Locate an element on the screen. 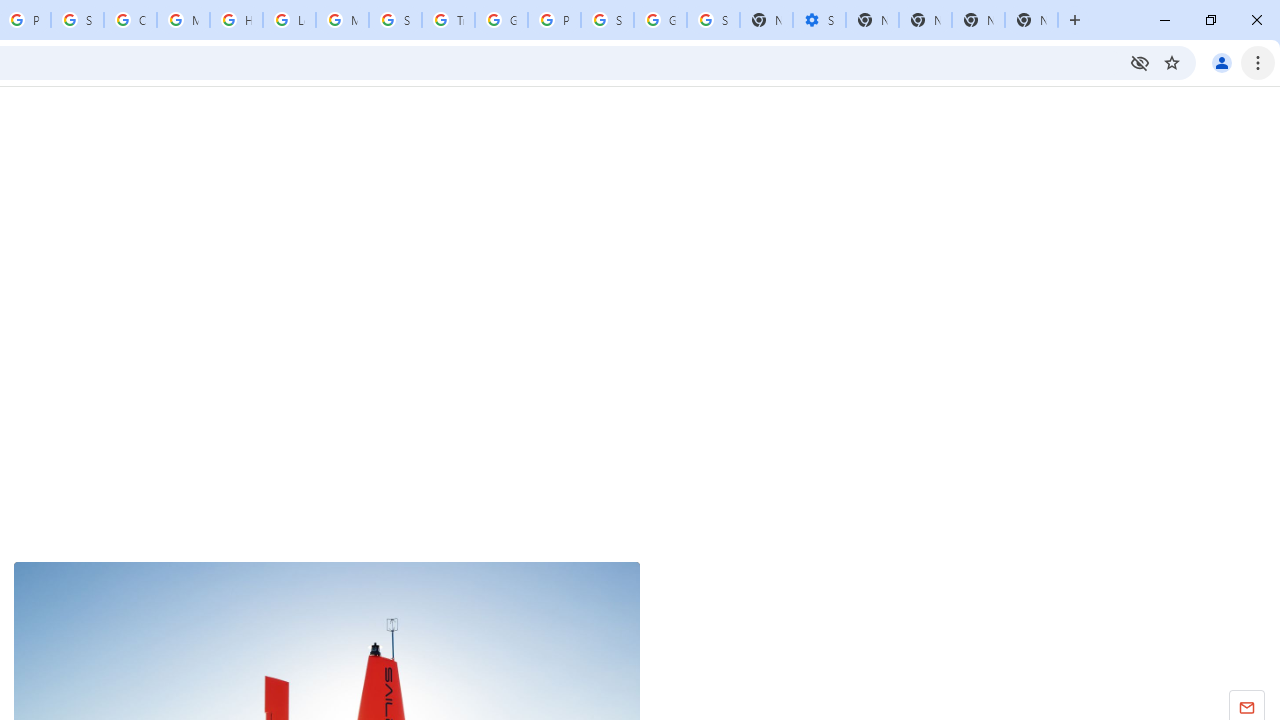 This screenshot has width=1280, height=720. 'Google Ads - Sign in' is located at coordinates (501, 20).